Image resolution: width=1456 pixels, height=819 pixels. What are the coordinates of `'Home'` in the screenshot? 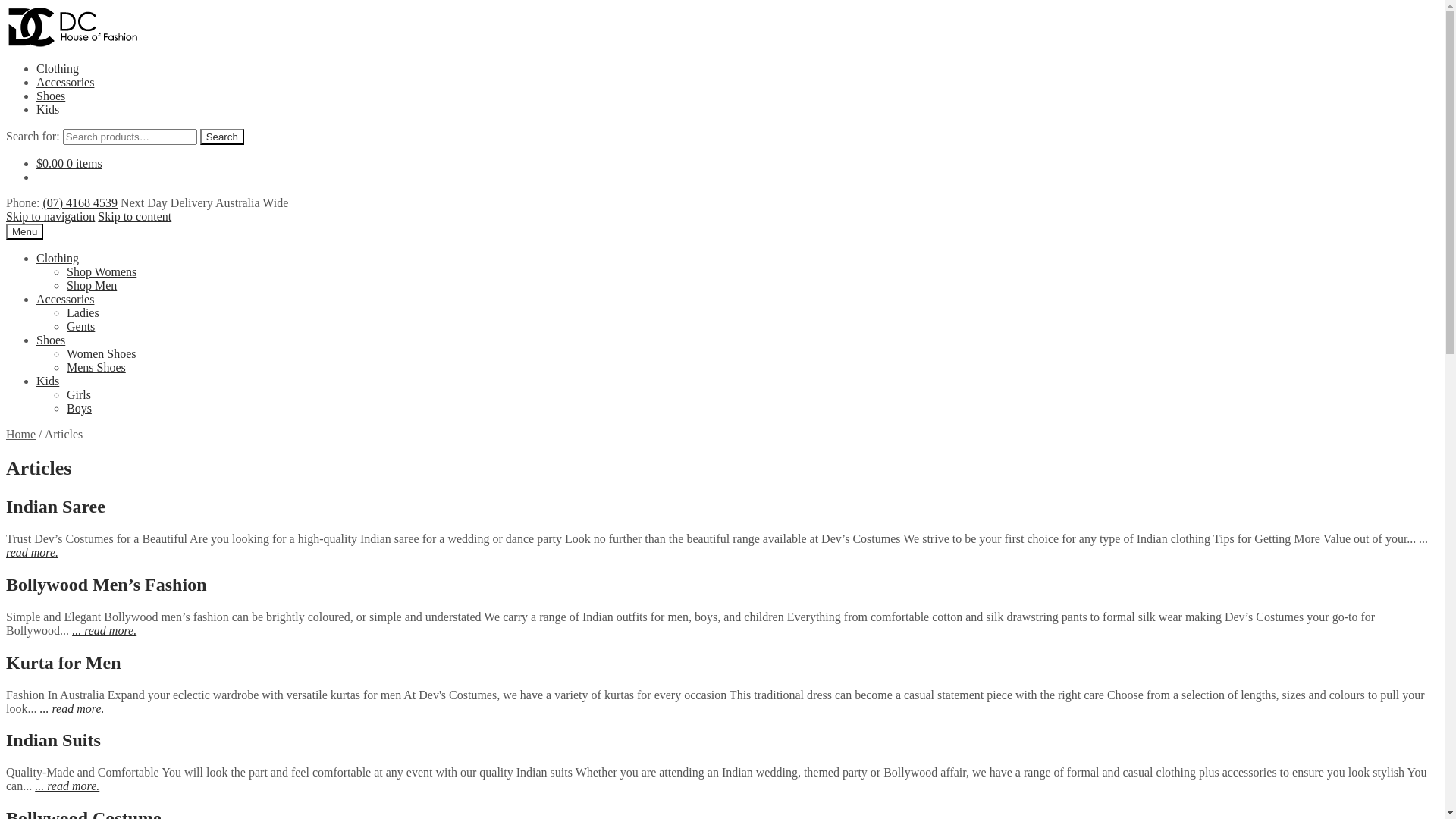 It's located at (20, 434).